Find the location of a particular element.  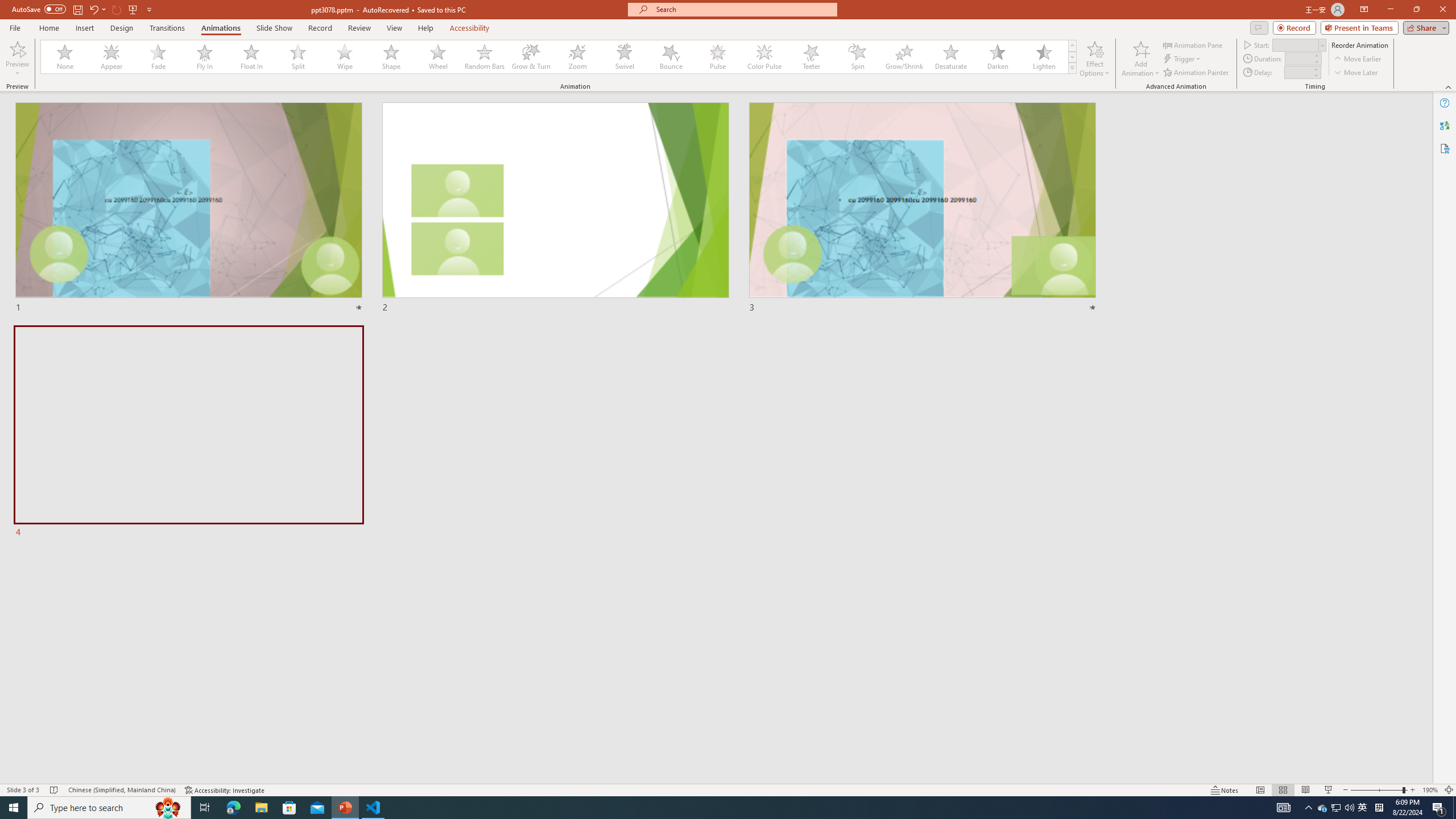

'Accessibility Checker Accessibility: Investigate' is located at coordinates (225, 790).